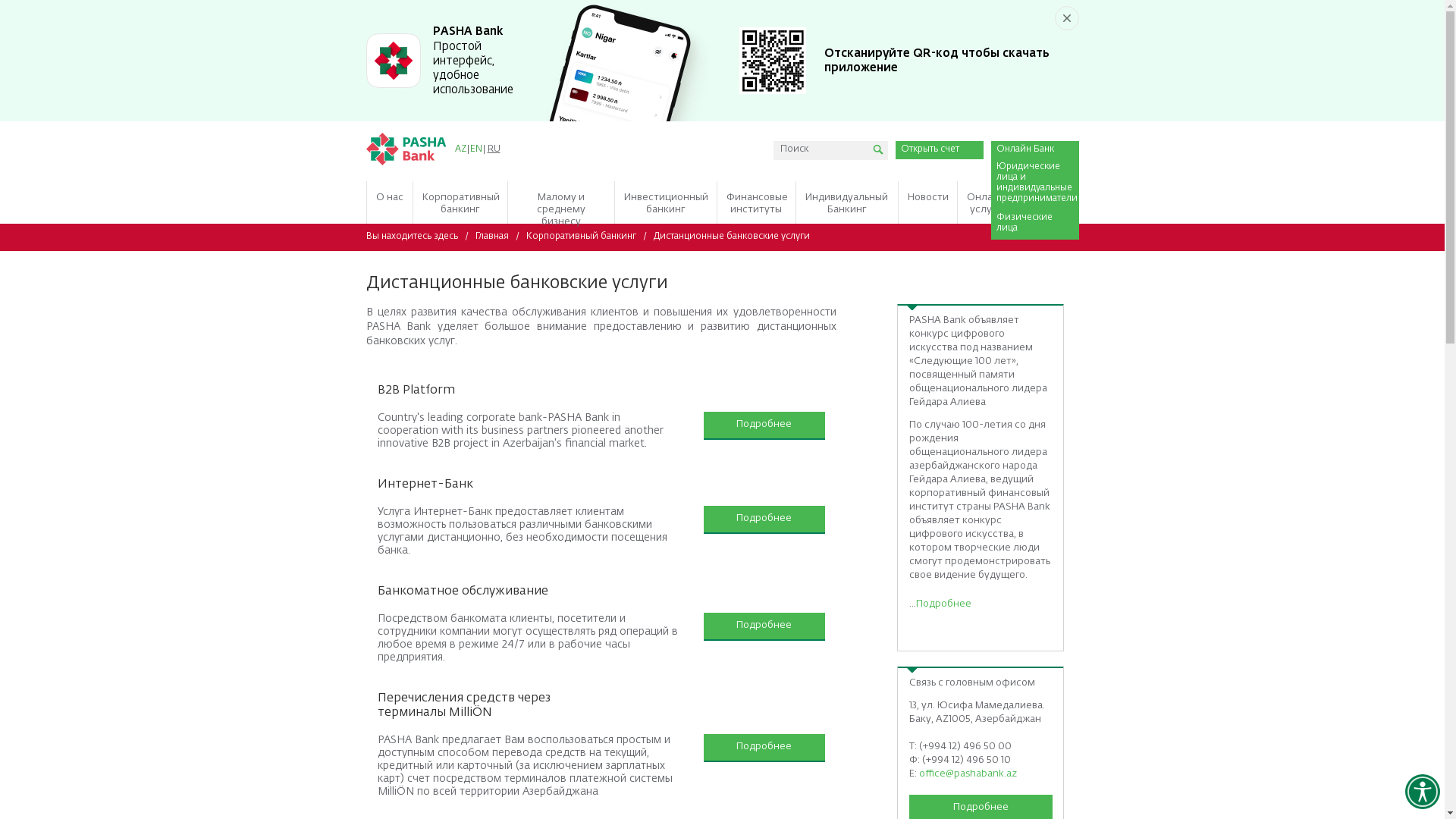 The height and width of the screenshot is (819, 1456). What do you see at coordinates (967, 773) in the screenshot?
I see `'office@pashabank.az'` at bounding box center [967, 773].